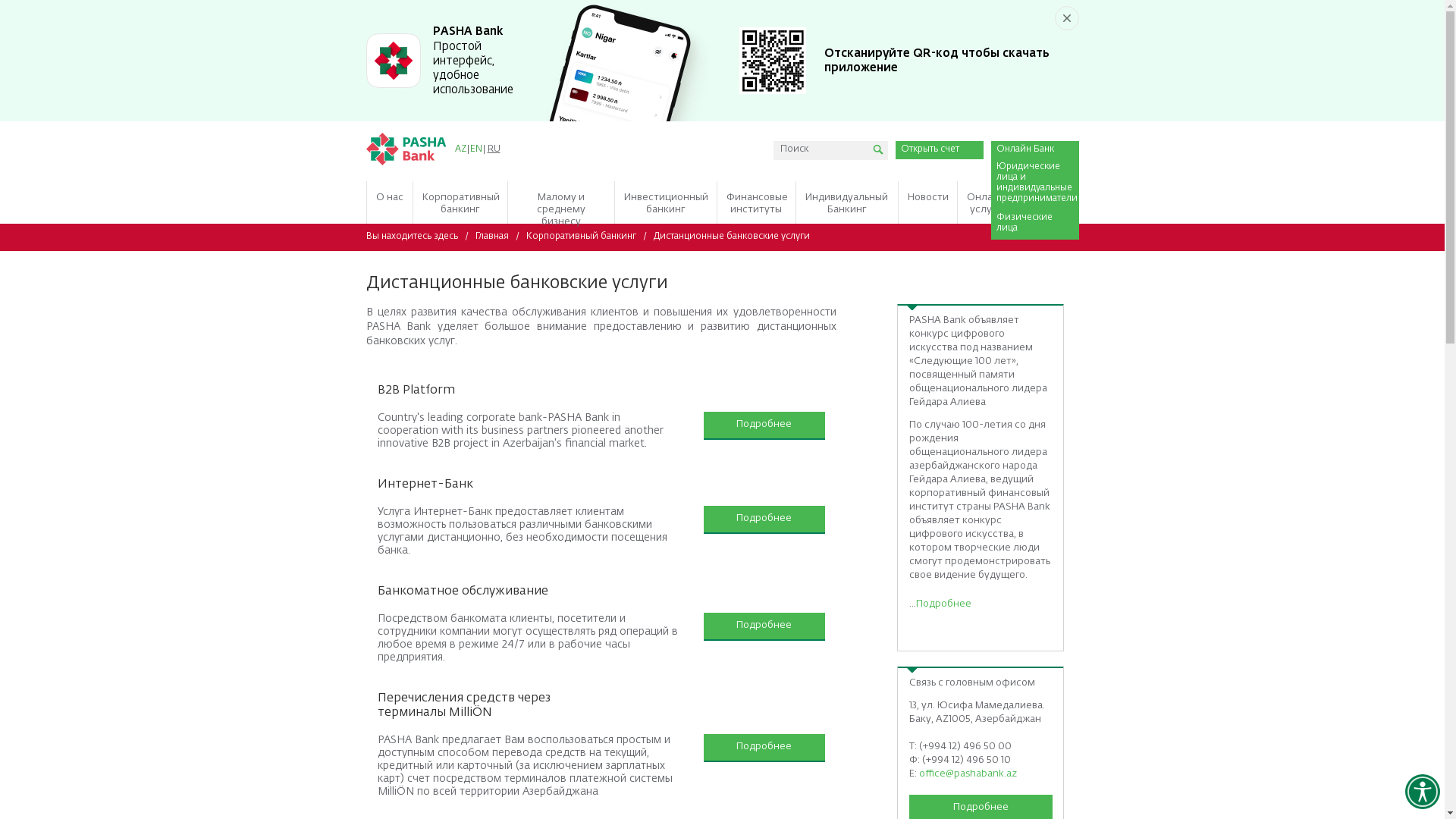 The height and width of the screenshot is (819, 1456). What do you see at coordinates (967, 773) in the screenshot?
I see `'office@pashabank.az'` at bounding box center [967, 773].